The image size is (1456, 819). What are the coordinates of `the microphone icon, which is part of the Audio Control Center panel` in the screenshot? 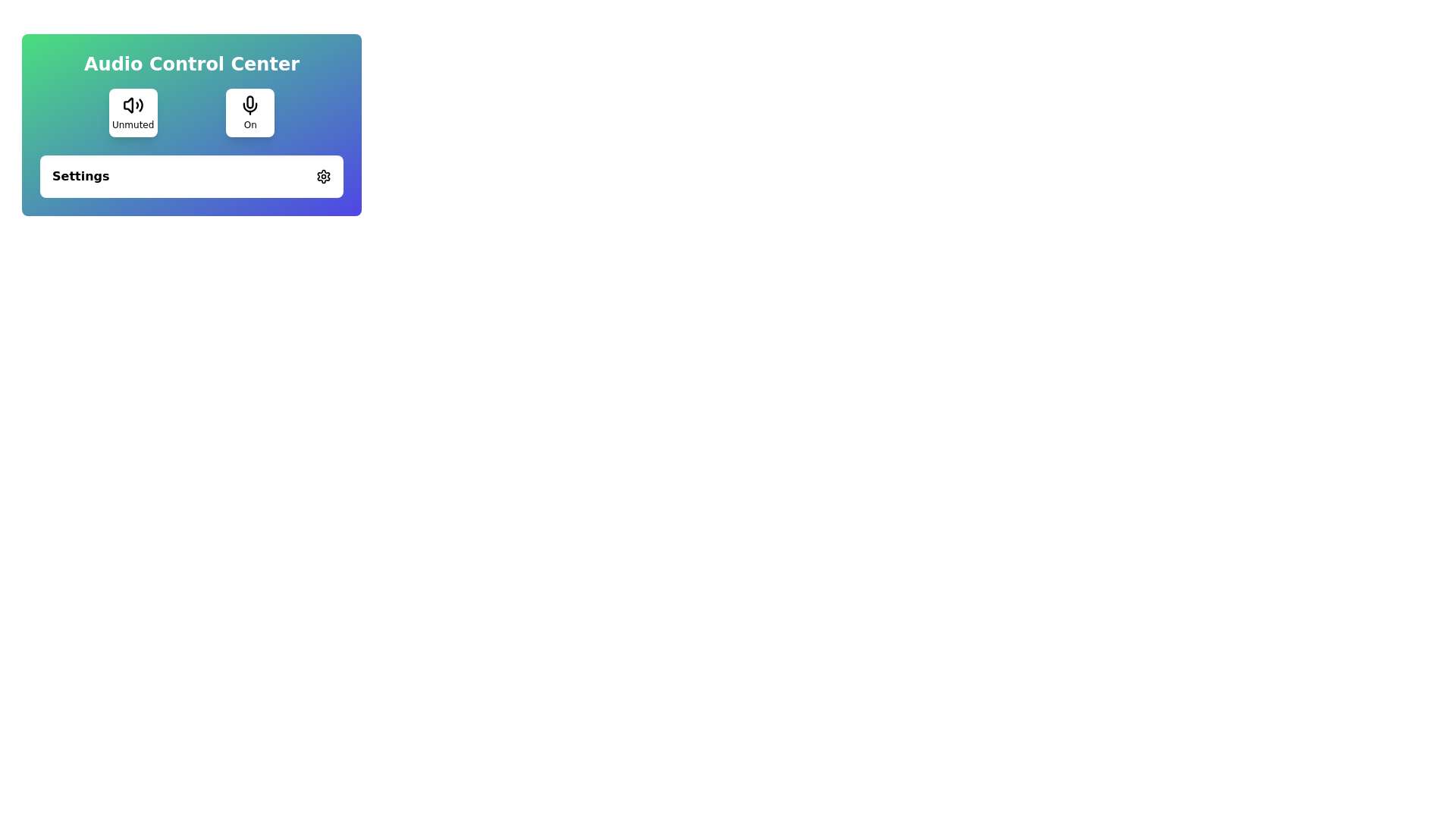 It's located at (250, 104).